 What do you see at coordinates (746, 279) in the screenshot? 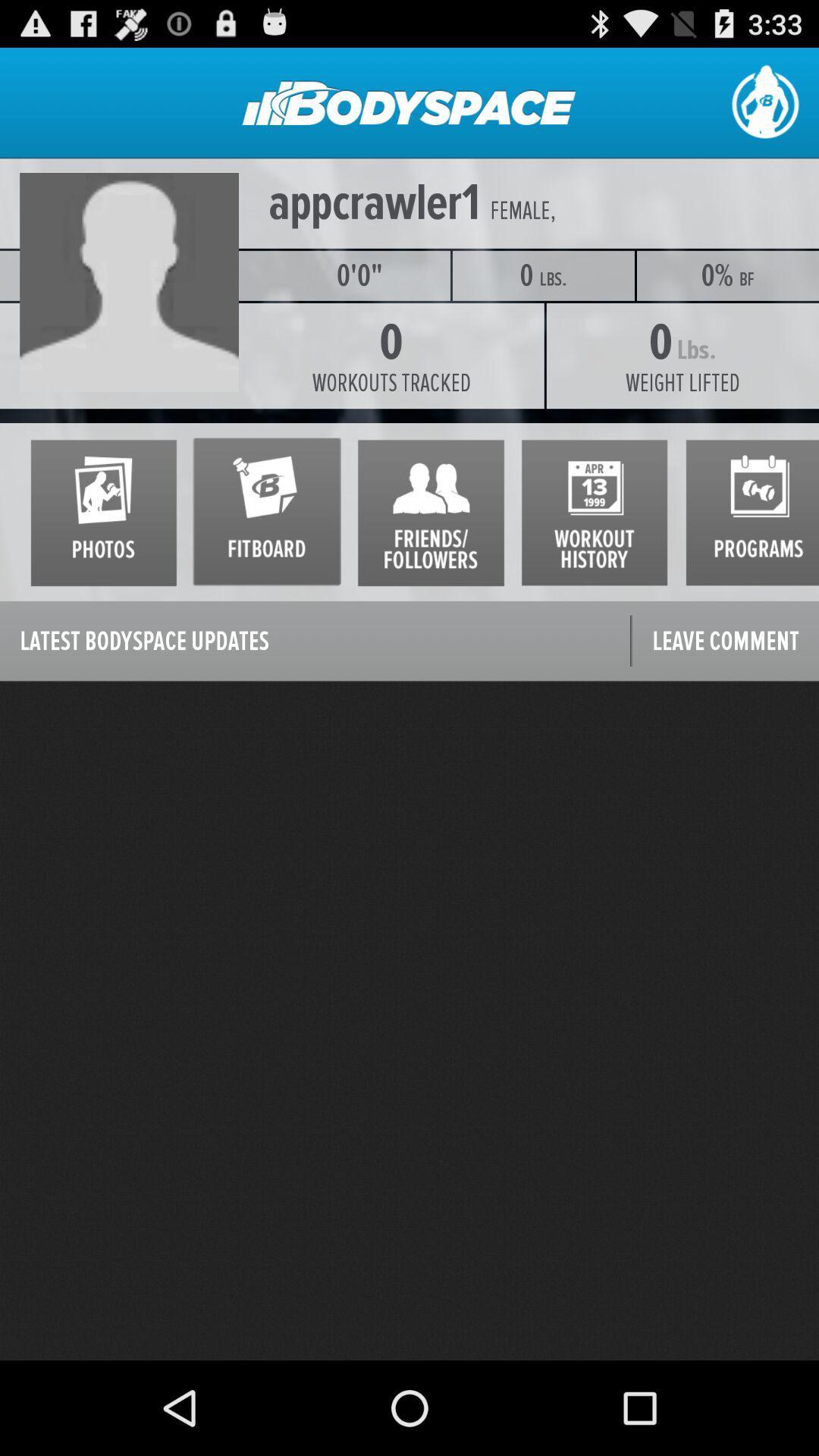
I see `the bf` at bounding box center [746, 279].